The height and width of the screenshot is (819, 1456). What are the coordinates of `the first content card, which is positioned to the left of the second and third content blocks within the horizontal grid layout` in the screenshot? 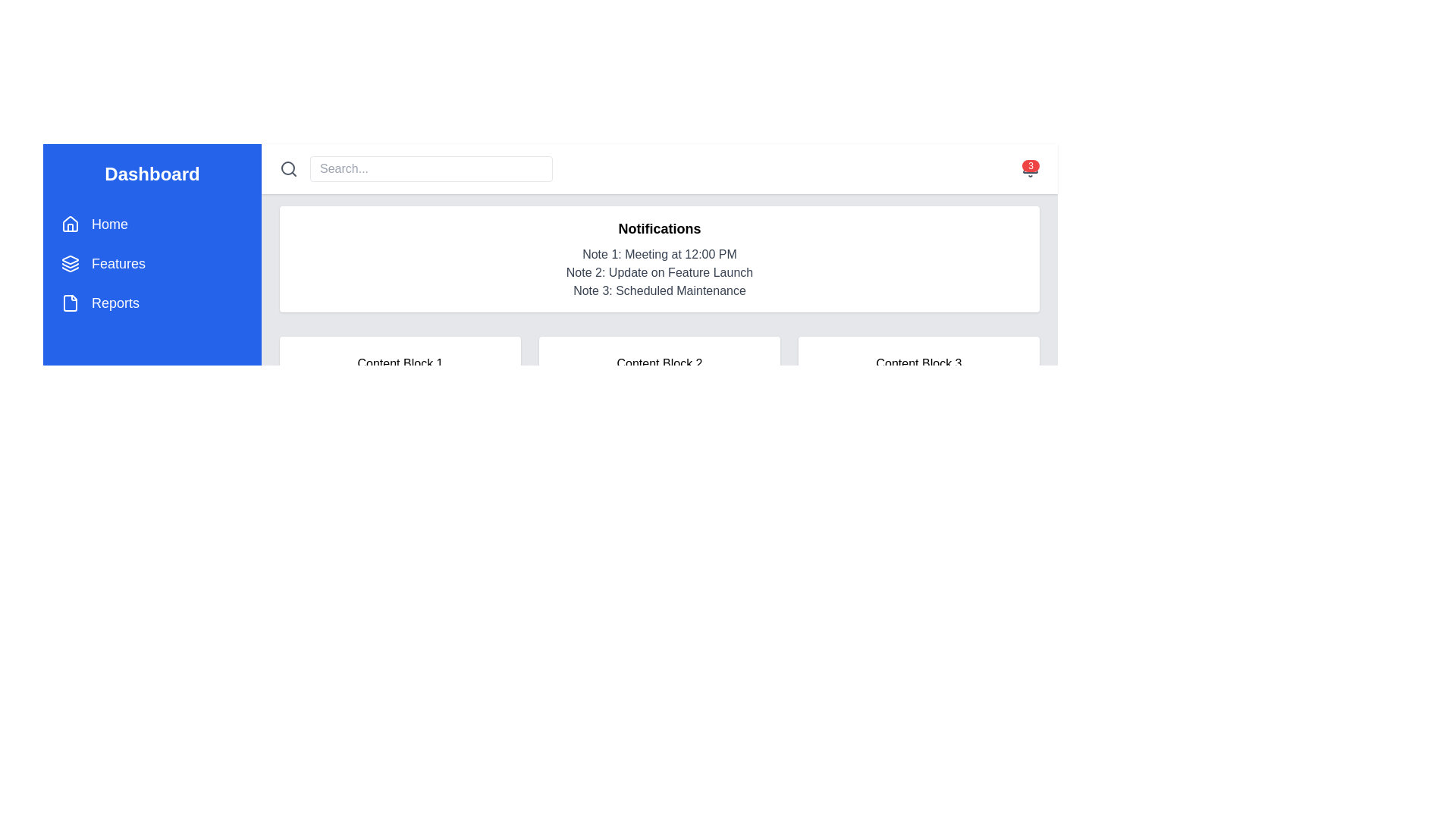 It's located at (400, 363).